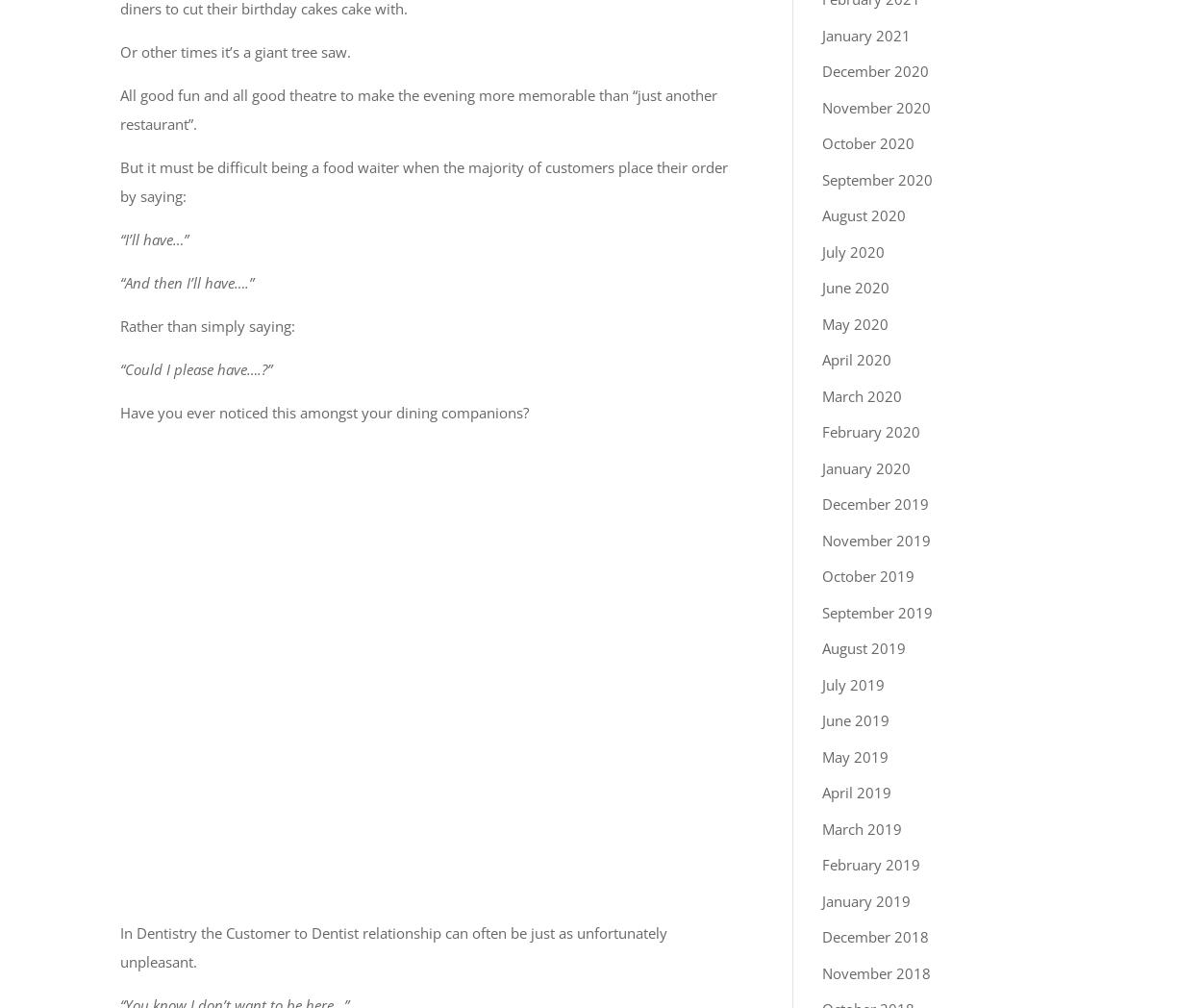 The width and height of the screenshot is (1202, 1008). I want to click on 'August 2019', so click(864, 647).